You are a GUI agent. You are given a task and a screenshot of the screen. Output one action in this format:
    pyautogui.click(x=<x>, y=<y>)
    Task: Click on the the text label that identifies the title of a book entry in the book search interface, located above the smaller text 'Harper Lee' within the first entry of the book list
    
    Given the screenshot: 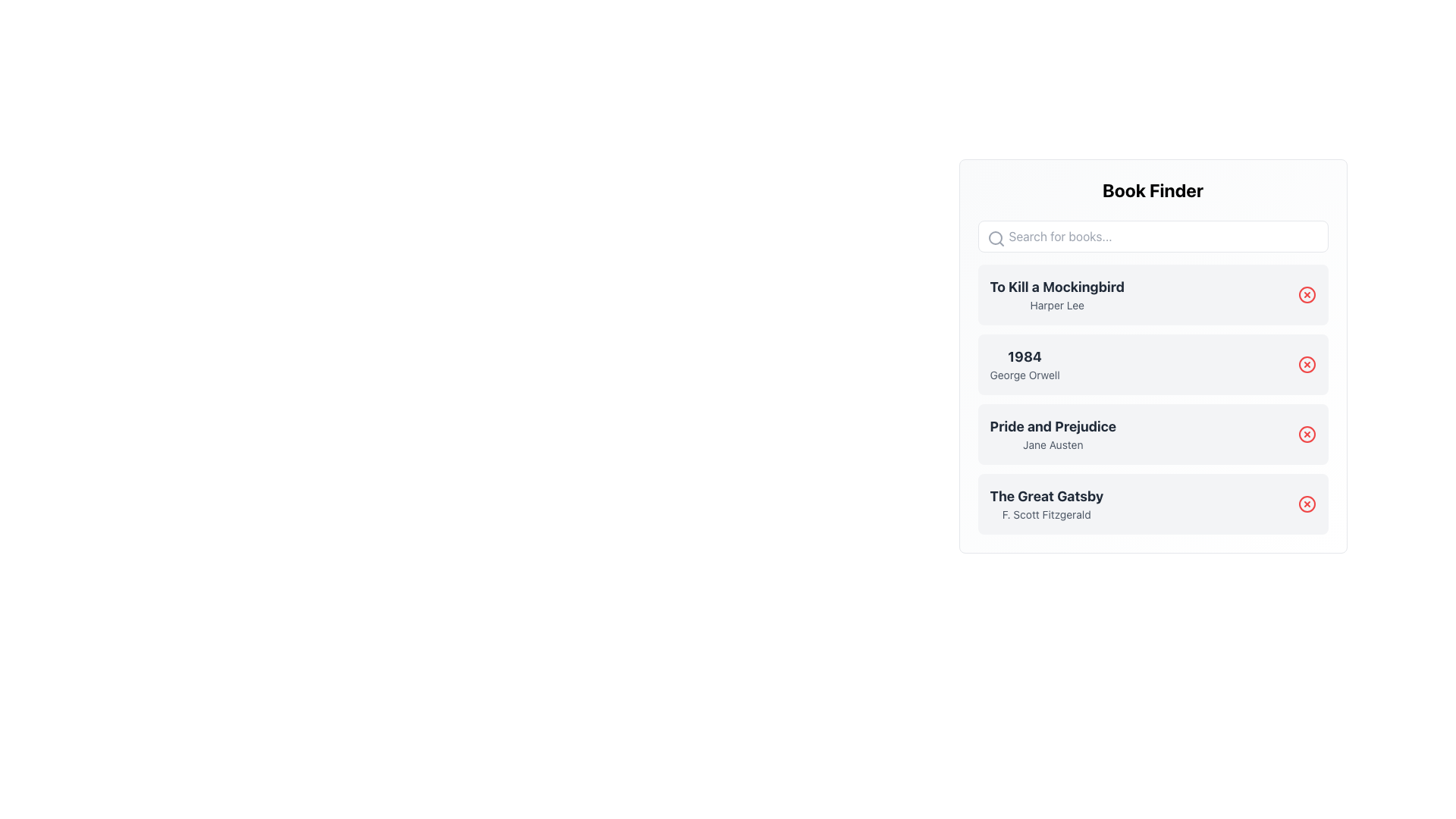 What is the action you would take?
    pyautogui.click(x=1056, y=287)
    